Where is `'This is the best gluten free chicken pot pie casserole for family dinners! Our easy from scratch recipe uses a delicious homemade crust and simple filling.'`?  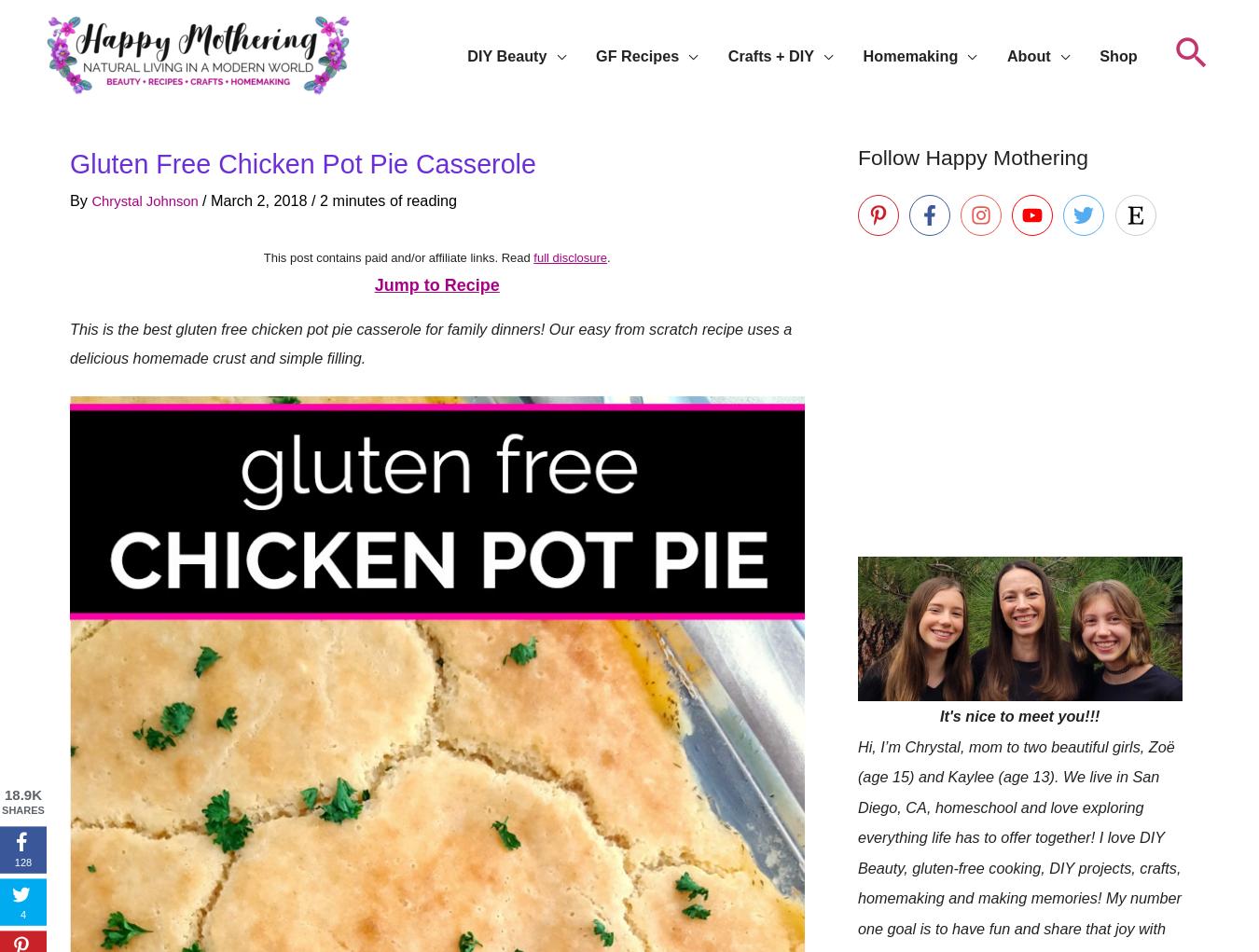
'This is the best gluten free chicken pot pie casserole for family dinners! Our easy from scratch recipe uses a delicious homemade crust and simple filling.' is located at coordinates (429, 342).